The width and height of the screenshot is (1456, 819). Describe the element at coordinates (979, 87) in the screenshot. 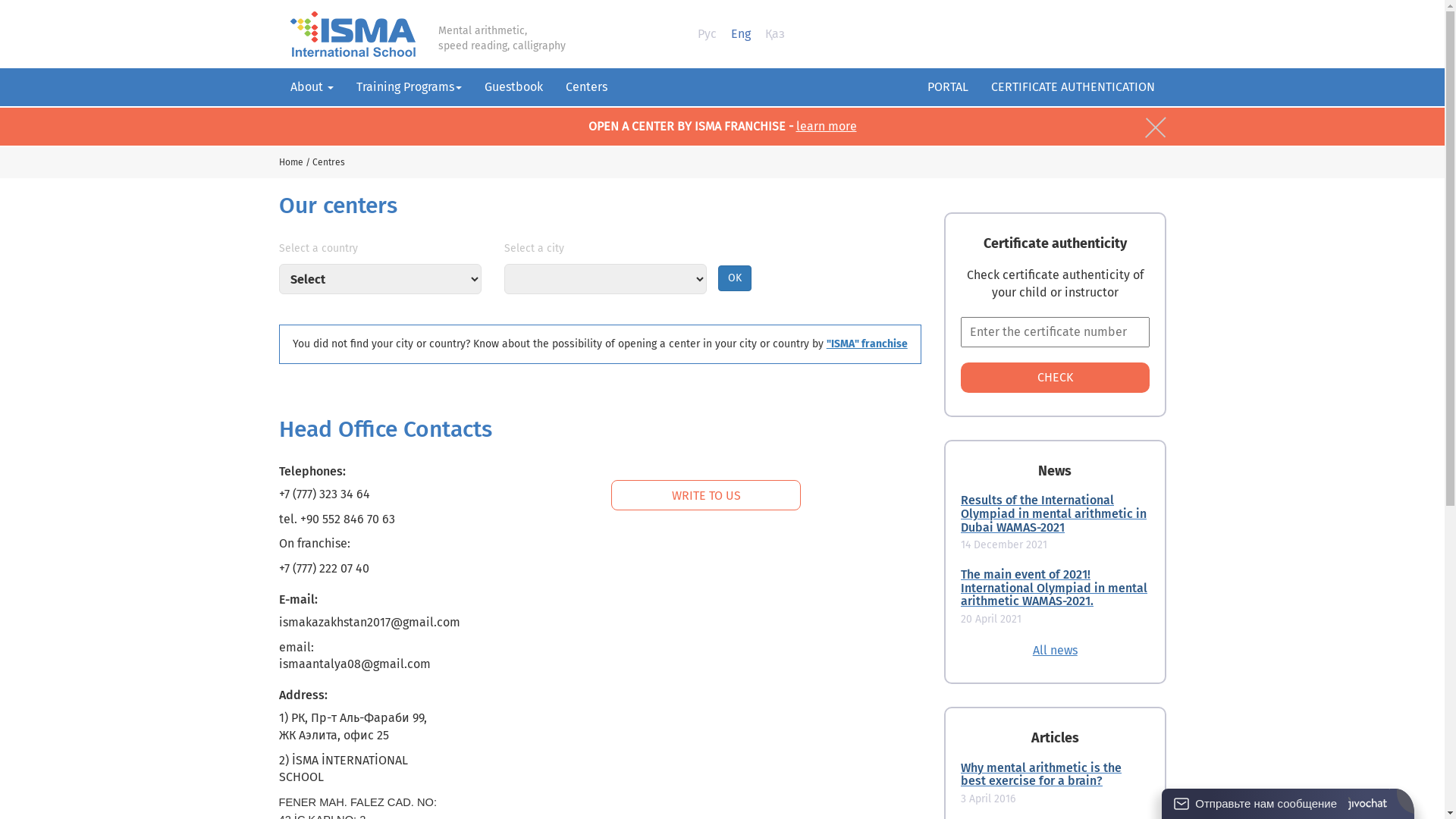

I see `'CERTIFICATE AUTHENTICATION'` at that location.